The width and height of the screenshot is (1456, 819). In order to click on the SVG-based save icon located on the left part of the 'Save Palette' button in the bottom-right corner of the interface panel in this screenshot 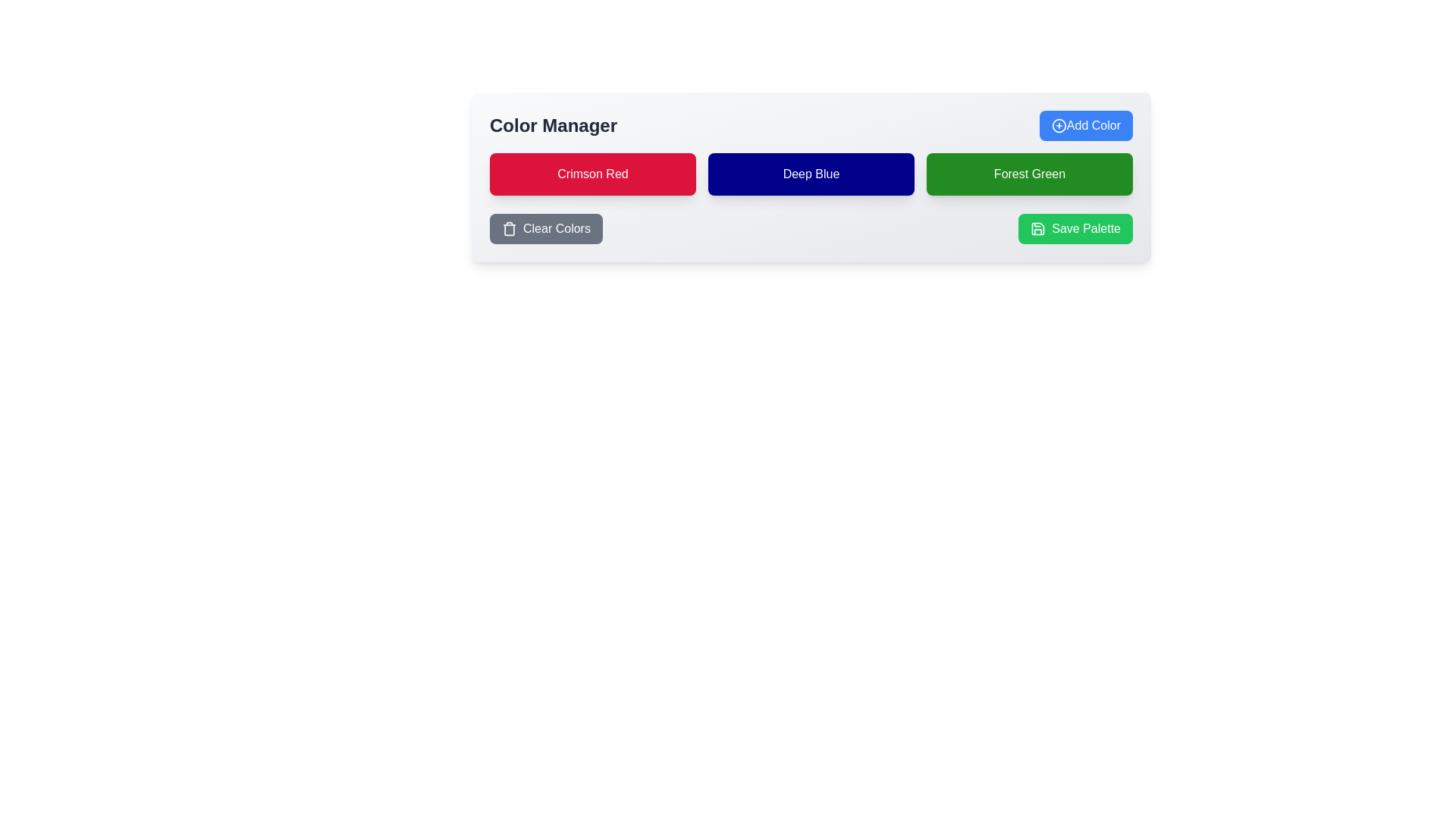, I will do `click(1037, 228)`.